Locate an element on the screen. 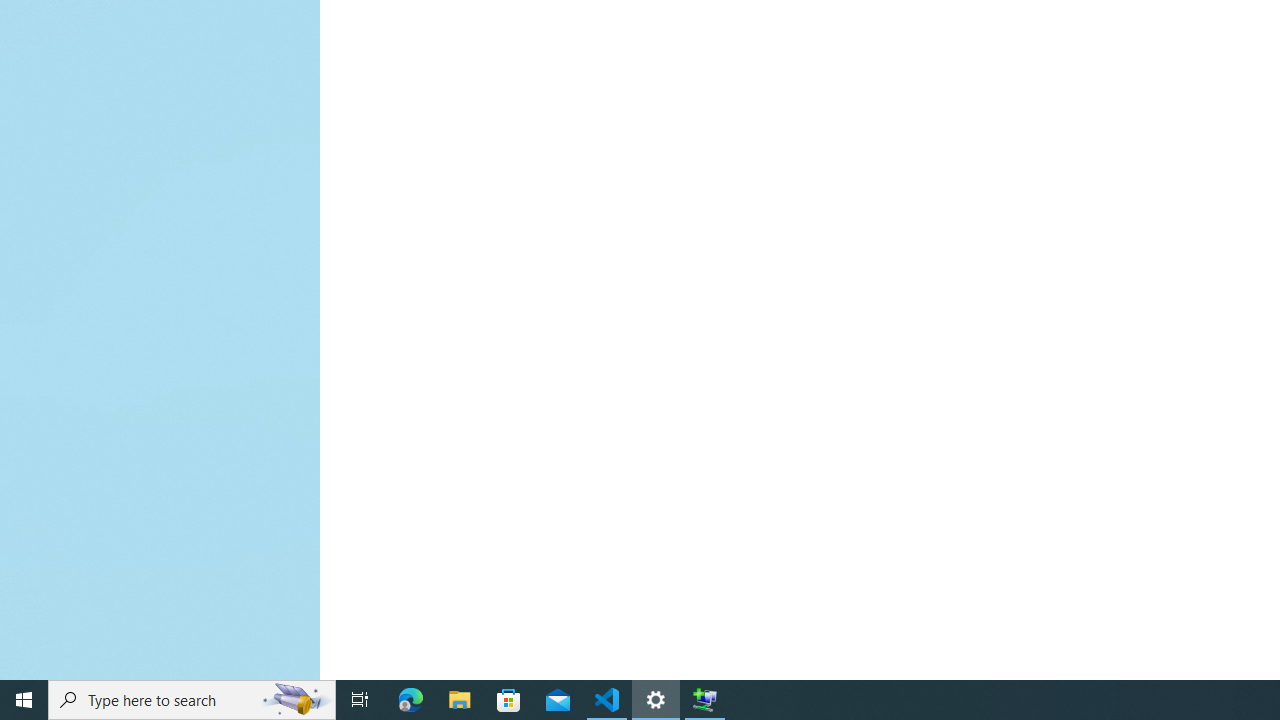  'Start' is located at coordinates (24, 698).